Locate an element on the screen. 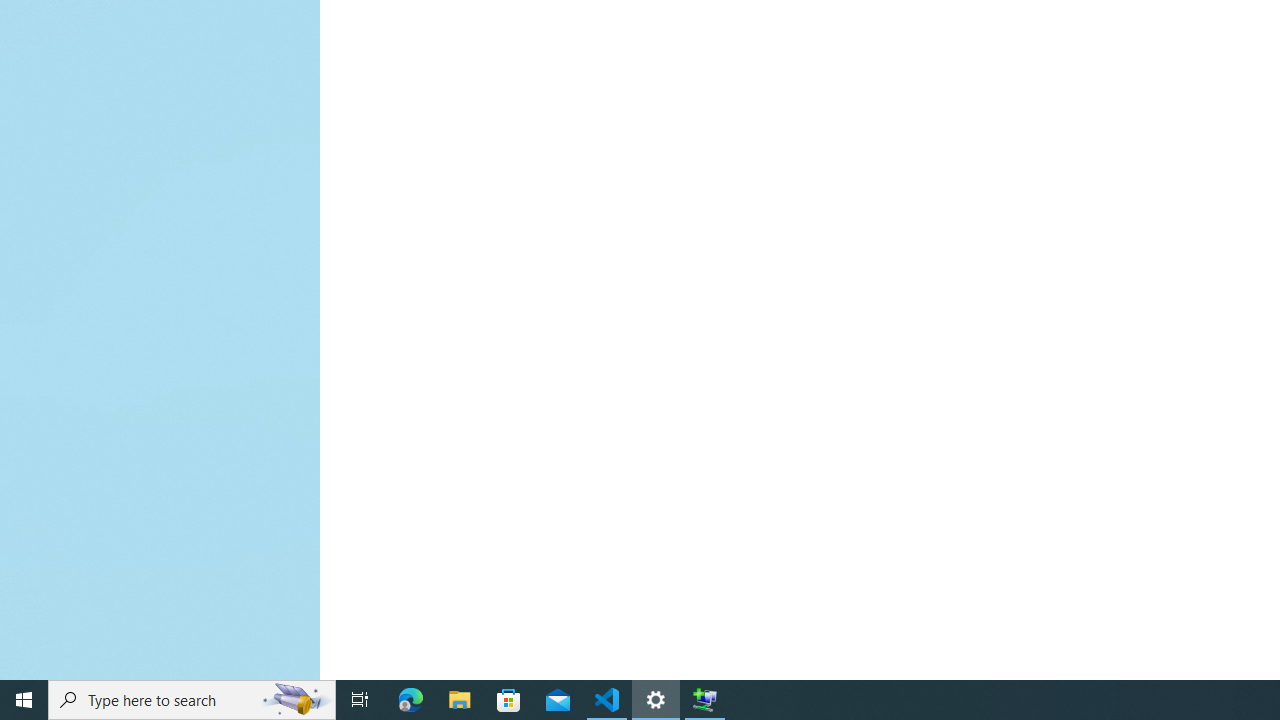  'Start' is located at coordinates (24, 698).